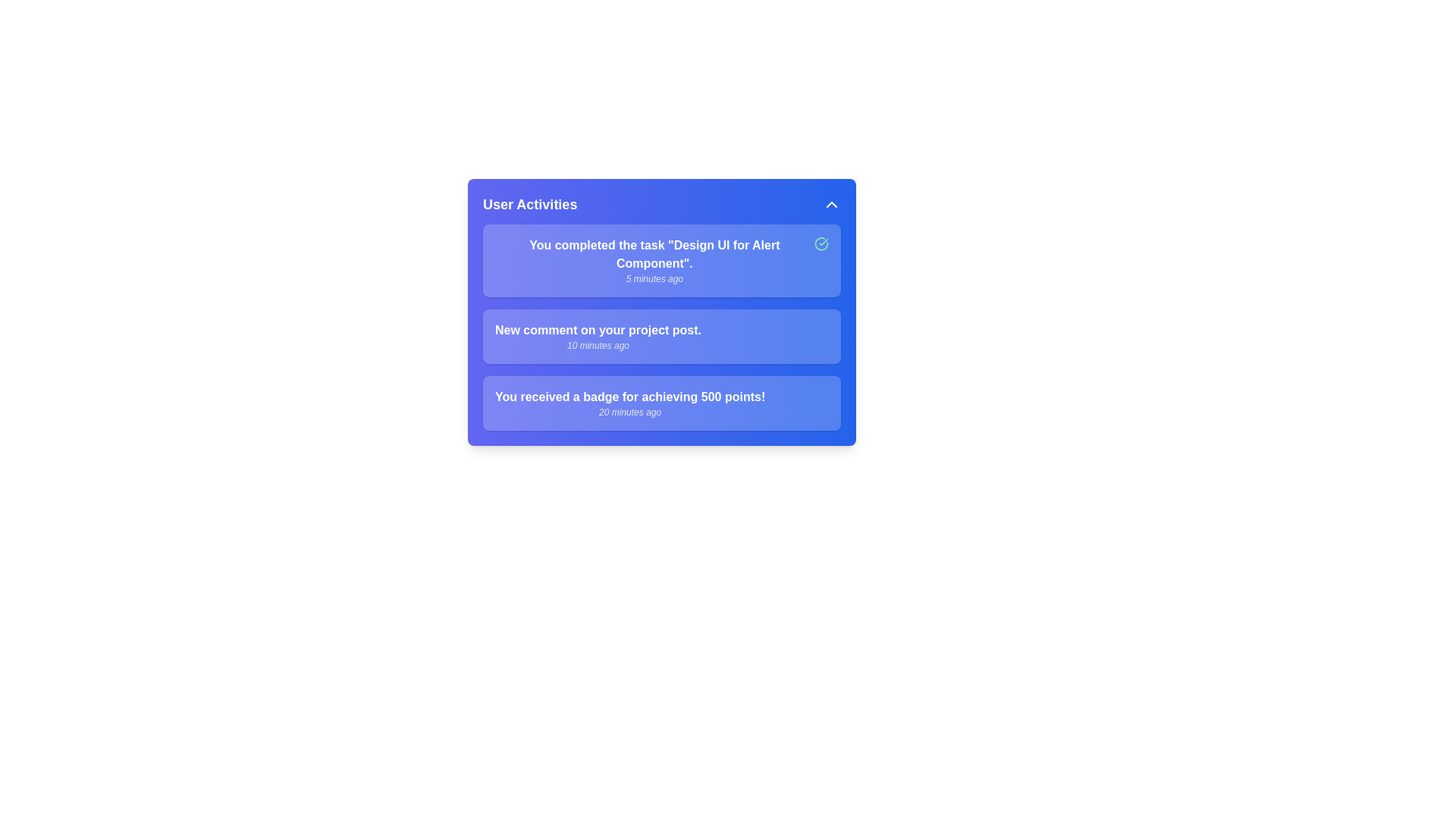 The width and height of the screenshot is (1456, 819). Describe the element at coordinates (662, 327) in the screenshot. I see `the second Informational card in the 'User Activities' section that notifies the user of a new comment on their project post` at that location.